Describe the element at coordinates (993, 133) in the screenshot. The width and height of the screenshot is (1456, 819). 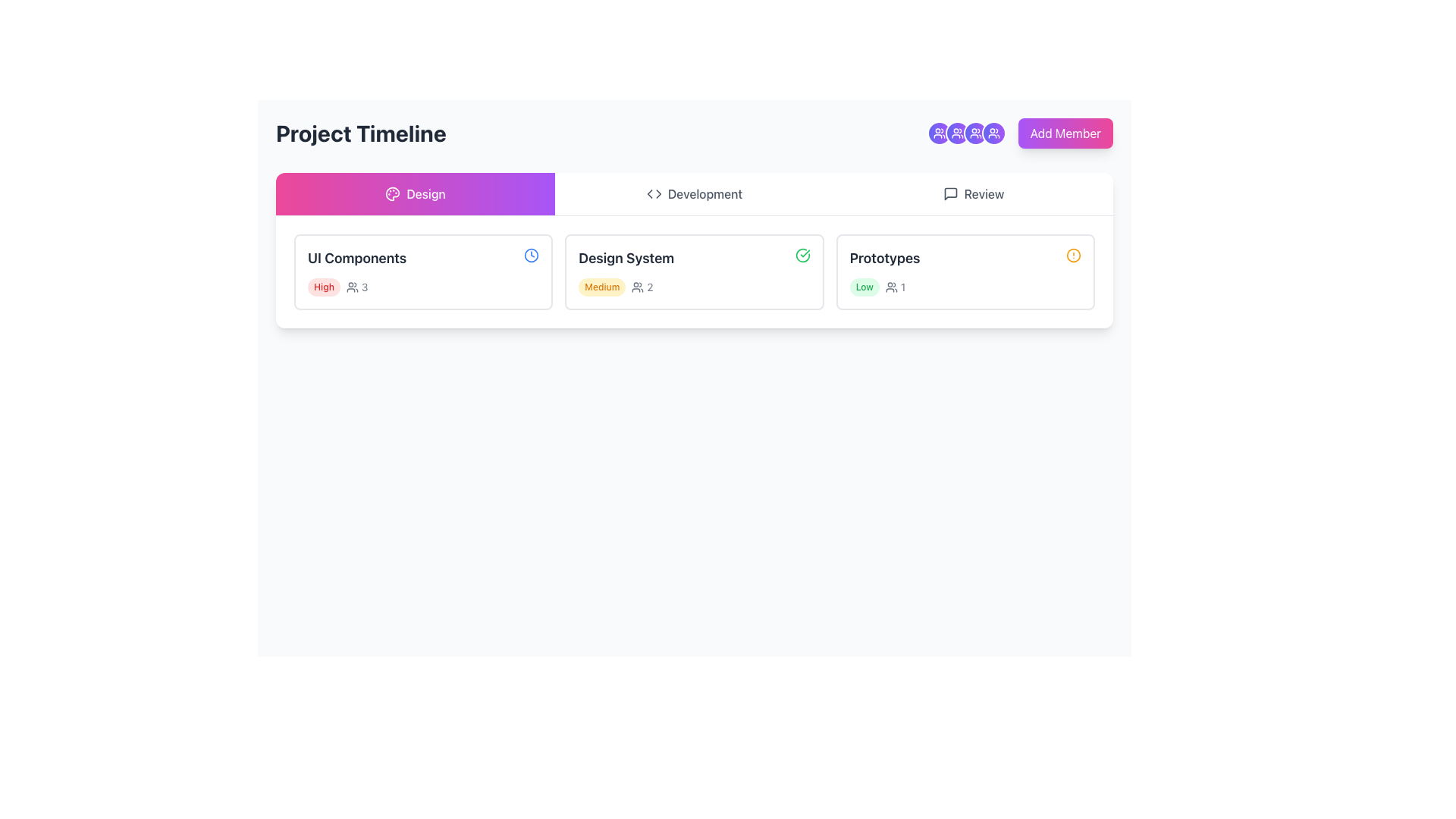
I see `the fifth circular icon with an embedded SVG graphic located at the top-right section of the interface, to the left of the 'Add Member' button` at that location.